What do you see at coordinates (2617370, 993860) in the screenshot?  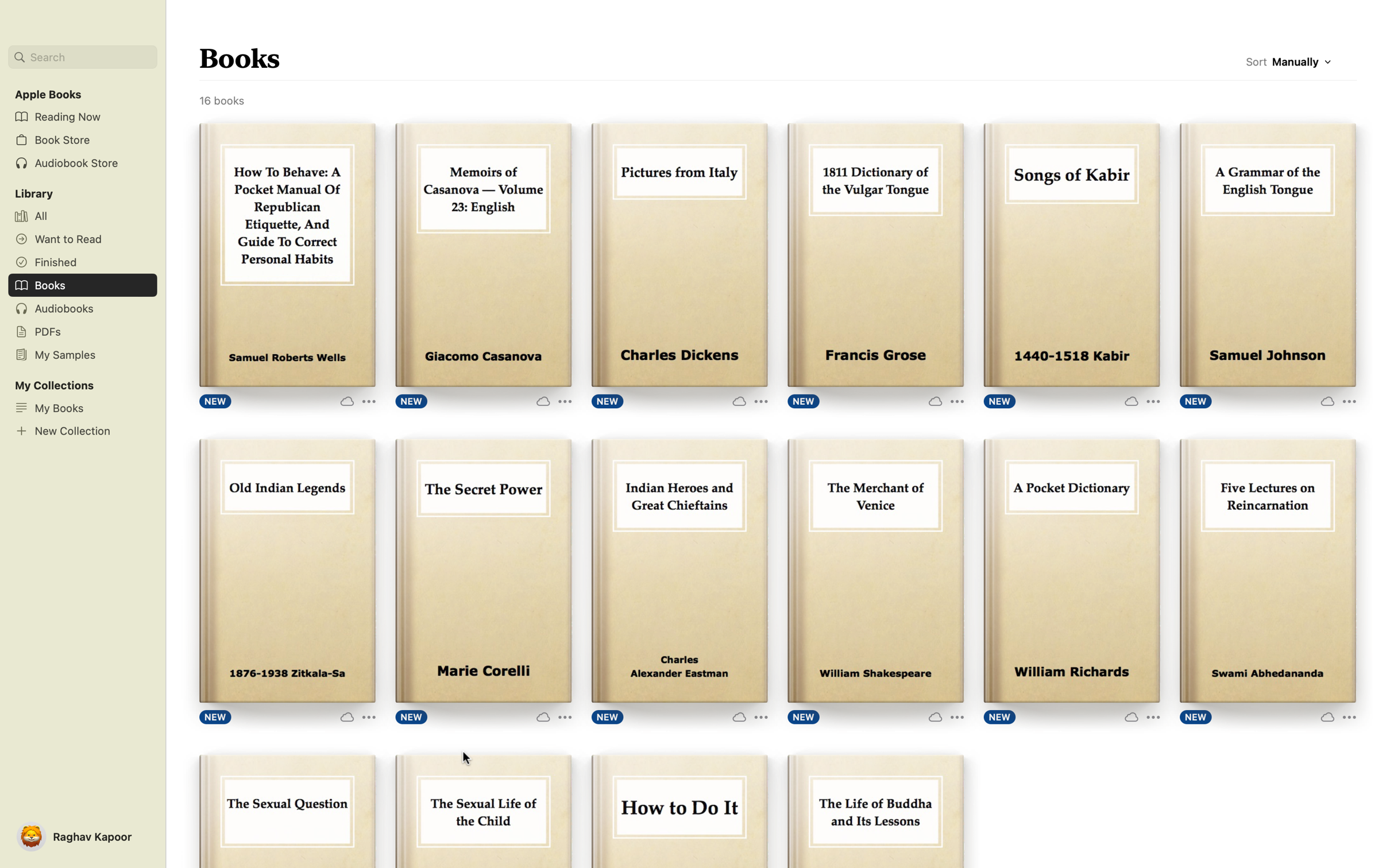 I see `Scroll down to unveil more volumes in the set` at bounding box center [2617370, 993860].